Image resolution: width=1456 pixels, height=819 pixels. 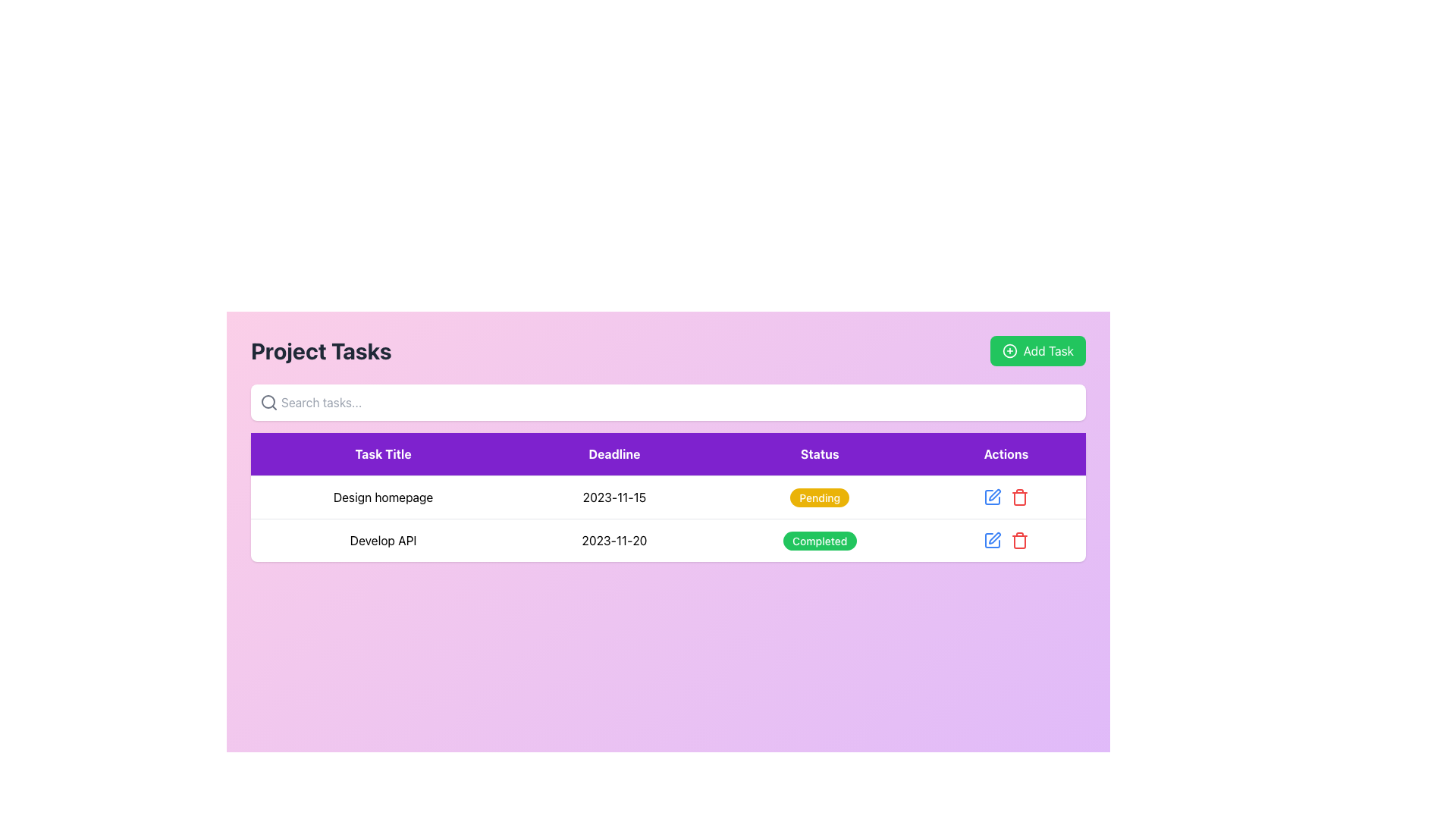 I want to click on the delete button for the 'Develop API' task located, so click(x=1019, y=540).